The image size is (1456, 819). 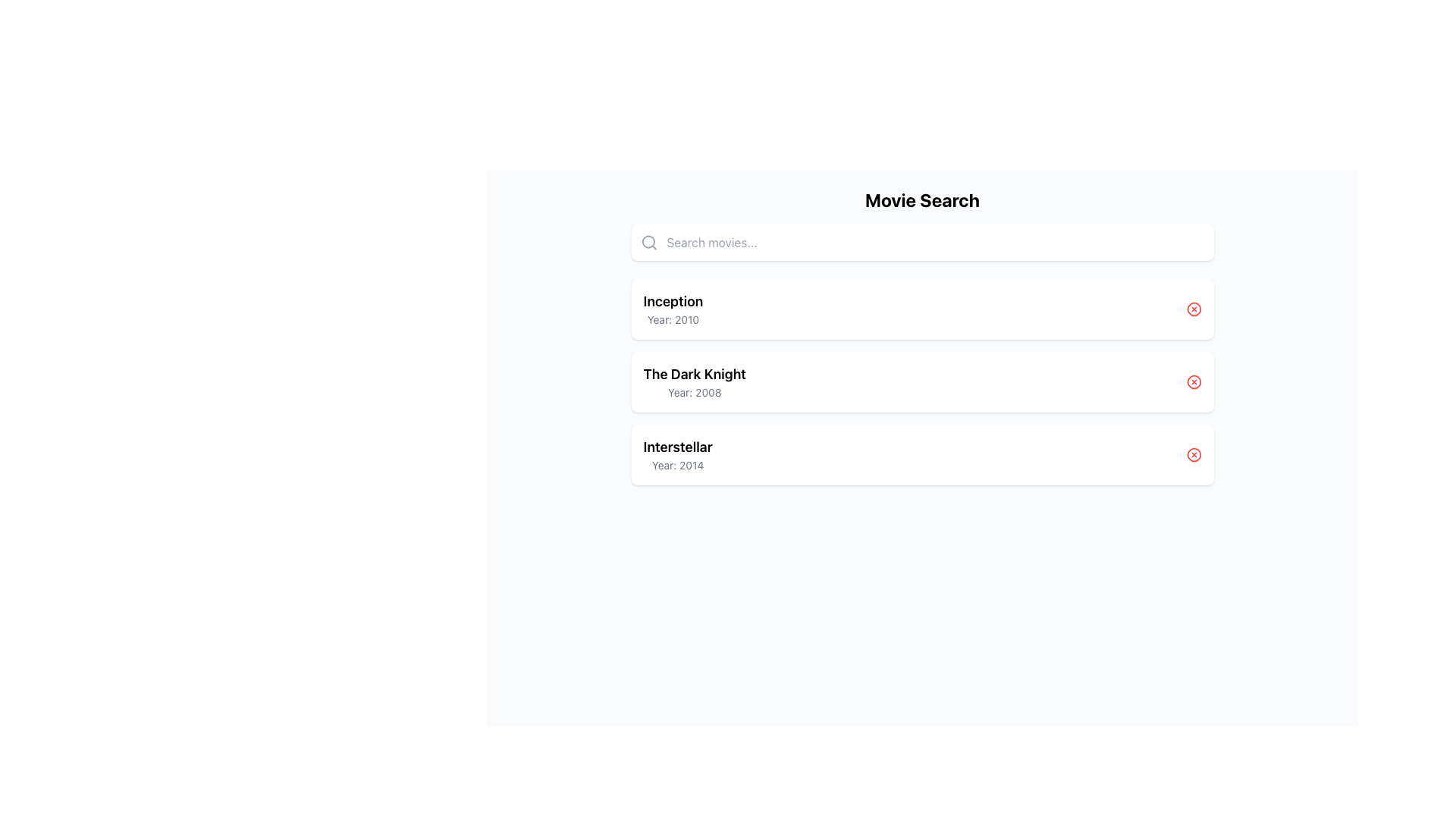 What do you see at coordinates (1193, 381) in the screenshot?
I see `the delete button for the movie entry '{The Dark Knight, Year: 2008}'` at bounding box center [1193, 381].